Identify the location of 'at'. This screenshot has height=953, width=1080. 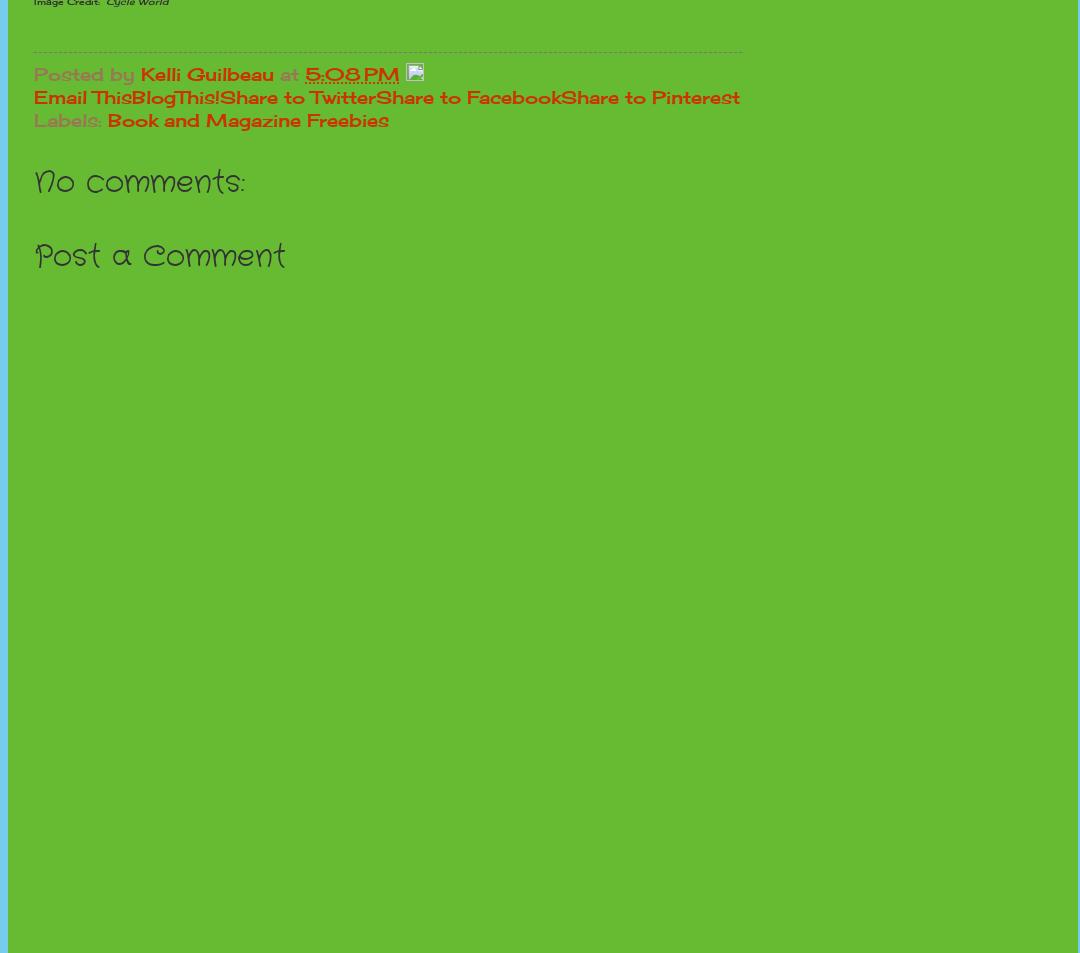
(280, 72).